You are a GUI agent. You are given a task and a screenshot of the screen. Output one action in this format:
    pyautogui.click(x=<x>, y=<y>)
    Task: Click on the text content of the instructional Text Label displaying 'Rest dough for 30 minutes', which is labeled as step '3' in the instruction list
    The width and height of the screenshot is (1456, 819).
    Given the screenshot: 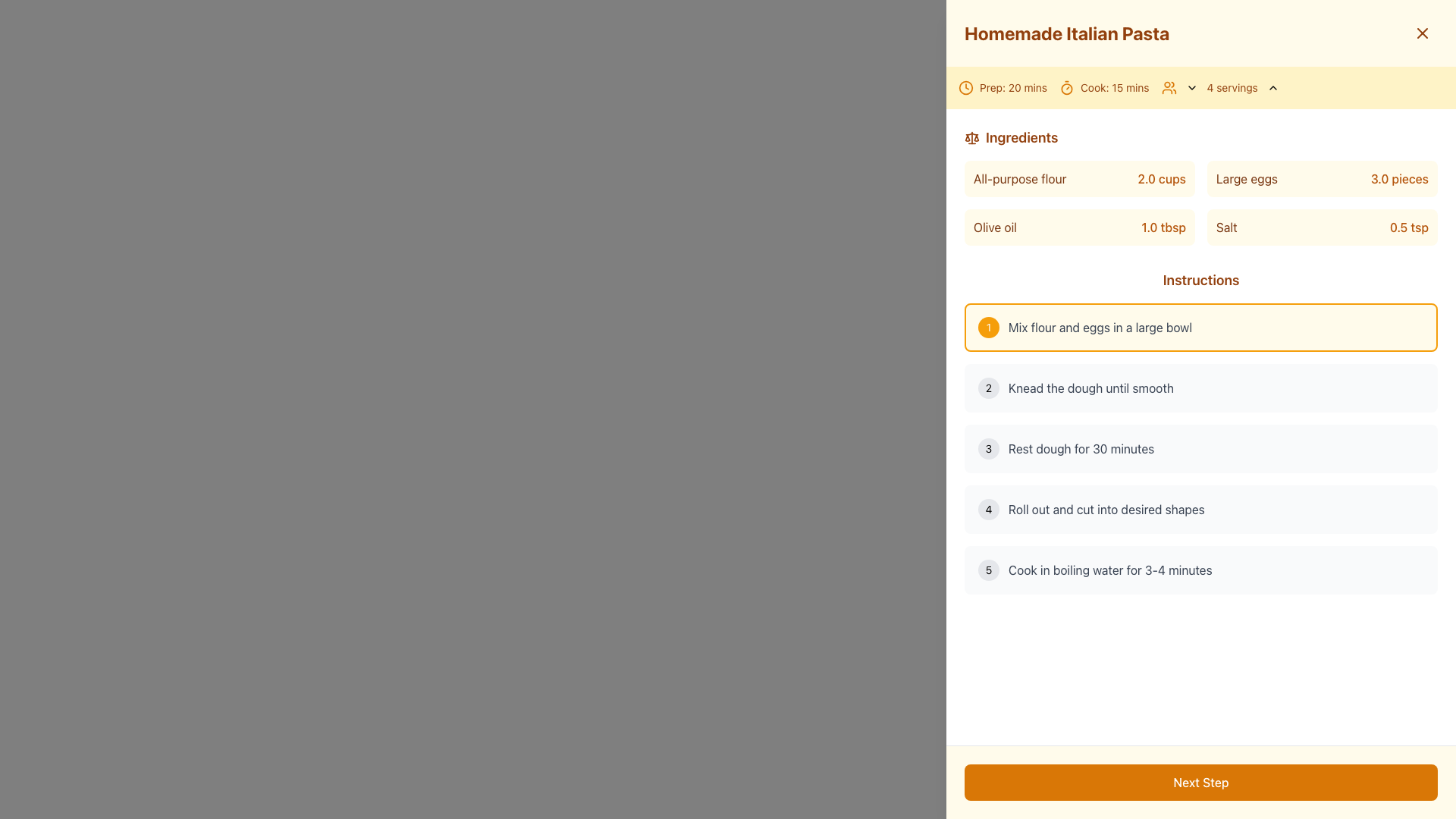 What is the action you would take?
    pyautogui.click(x=1081, y=447)
    